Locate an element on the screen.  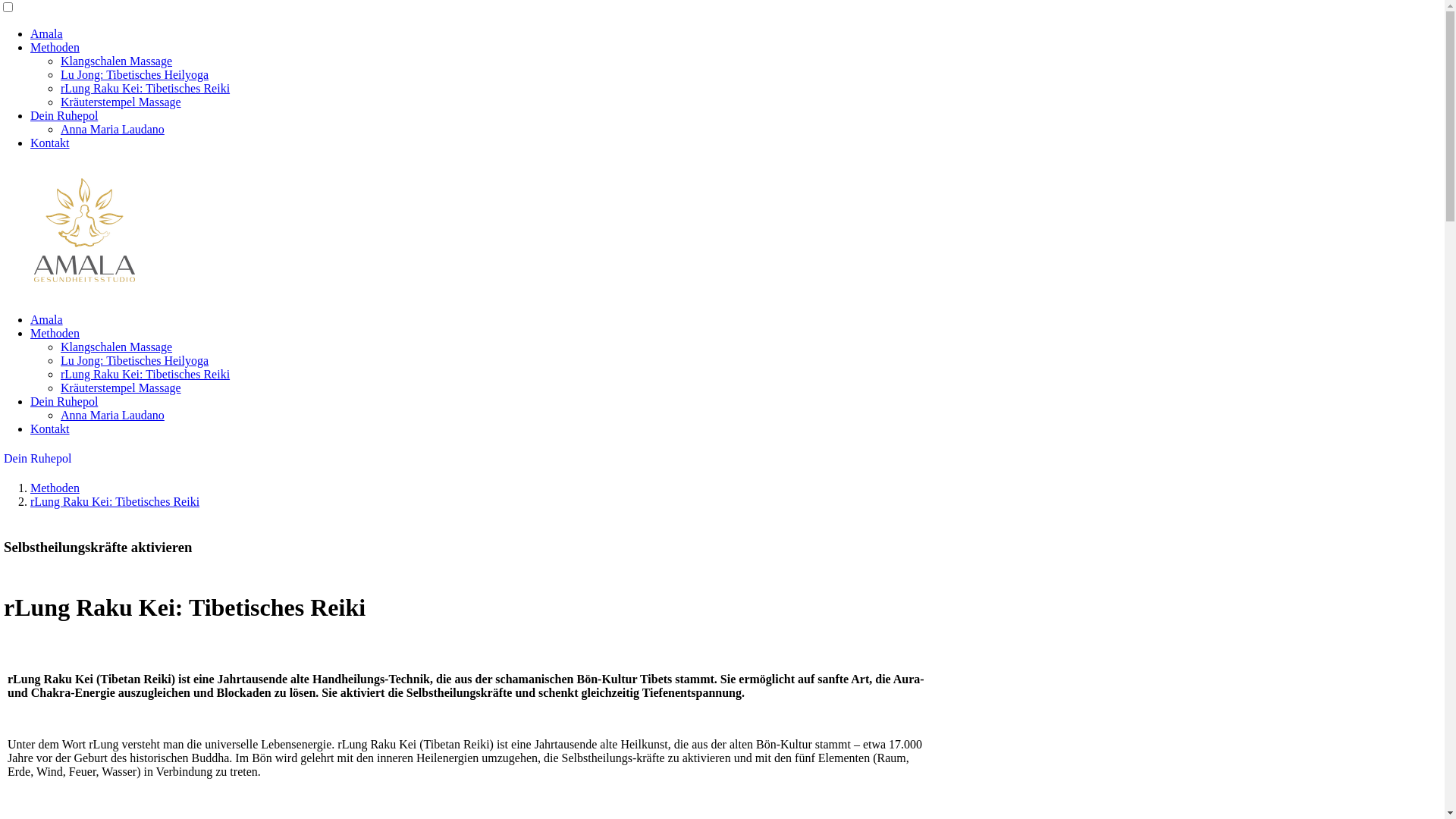
'Dein Ruhepol' is located at coordinates (30, 115).